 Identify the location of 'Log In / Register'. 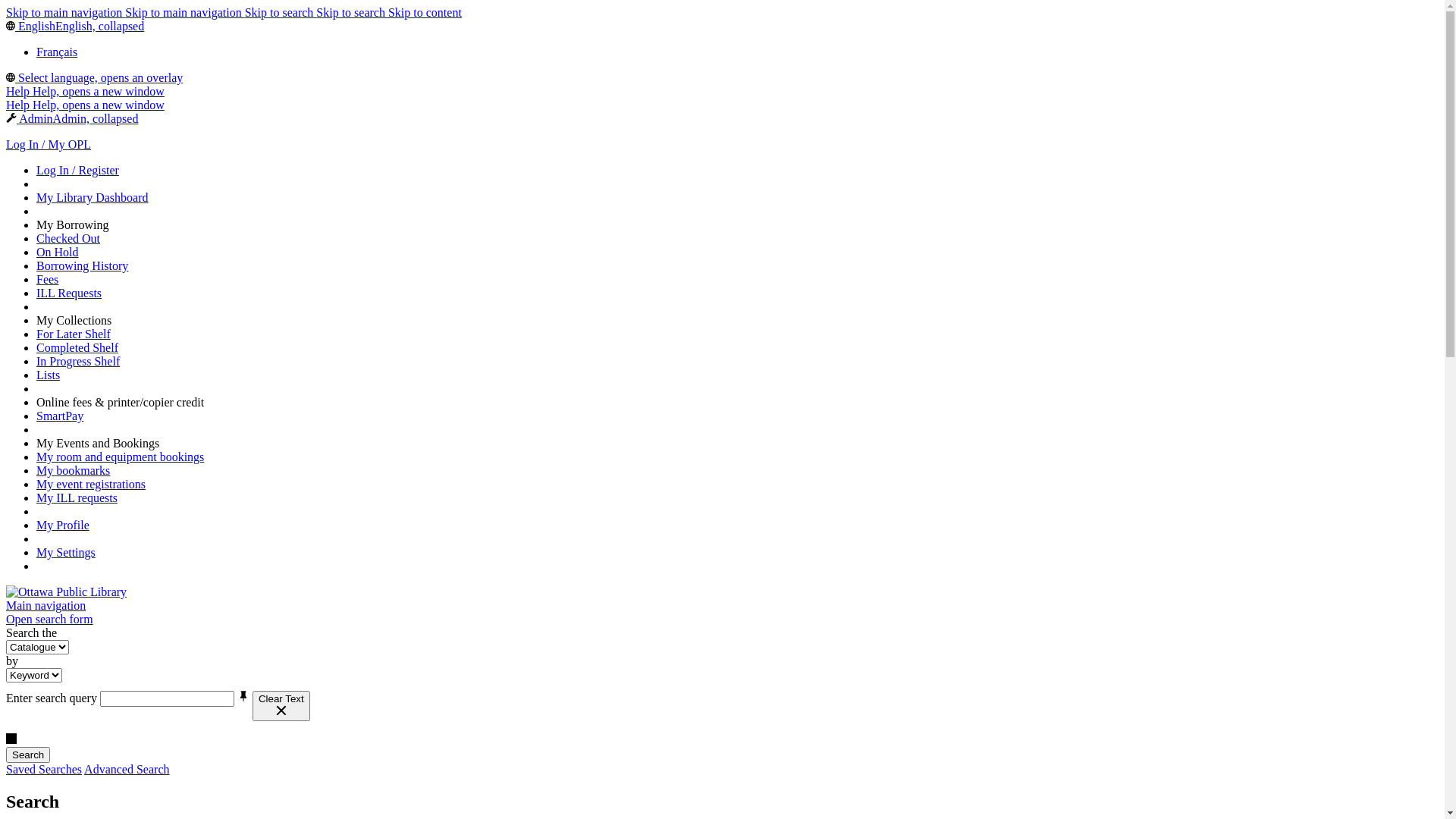
(77, 170).